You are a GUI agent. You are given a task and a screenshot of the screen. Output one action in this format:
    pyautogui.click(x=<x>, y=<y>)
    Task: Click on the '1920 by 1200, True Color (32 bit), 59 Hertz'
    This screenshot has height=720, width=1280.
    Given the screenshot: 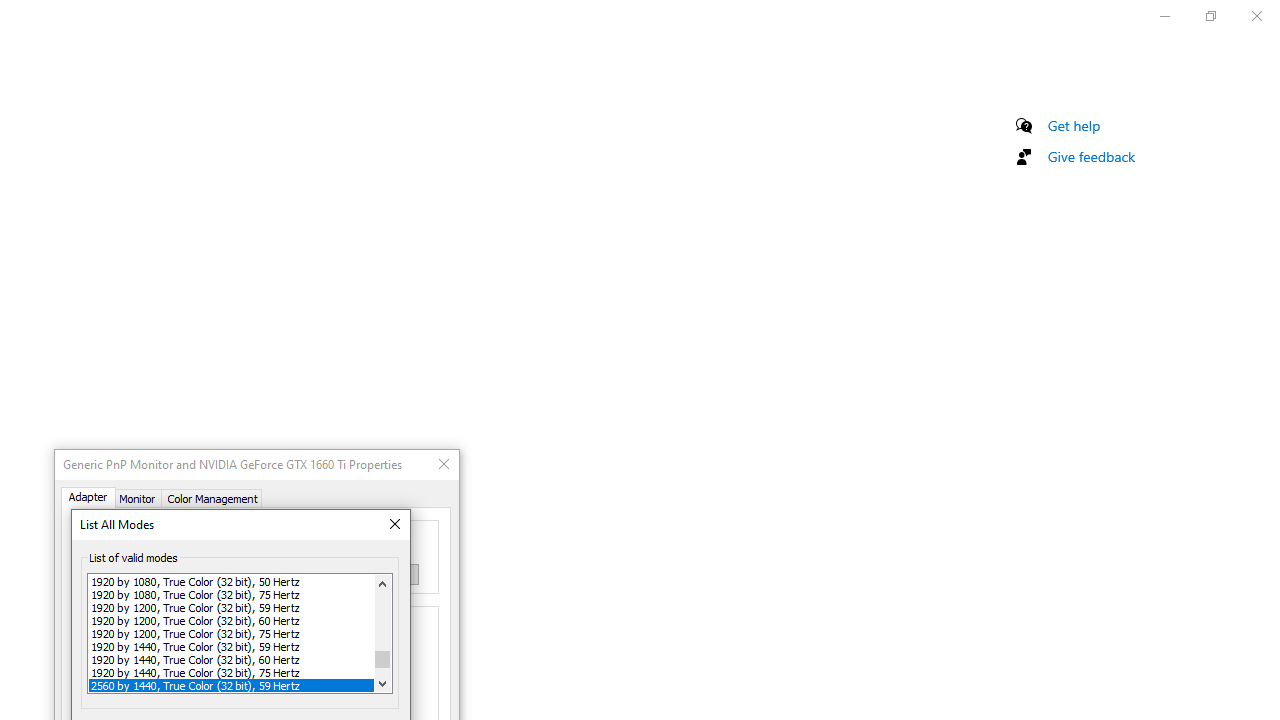 What is the action you would take?
    pyautogui.click(x=231, y=606)
    